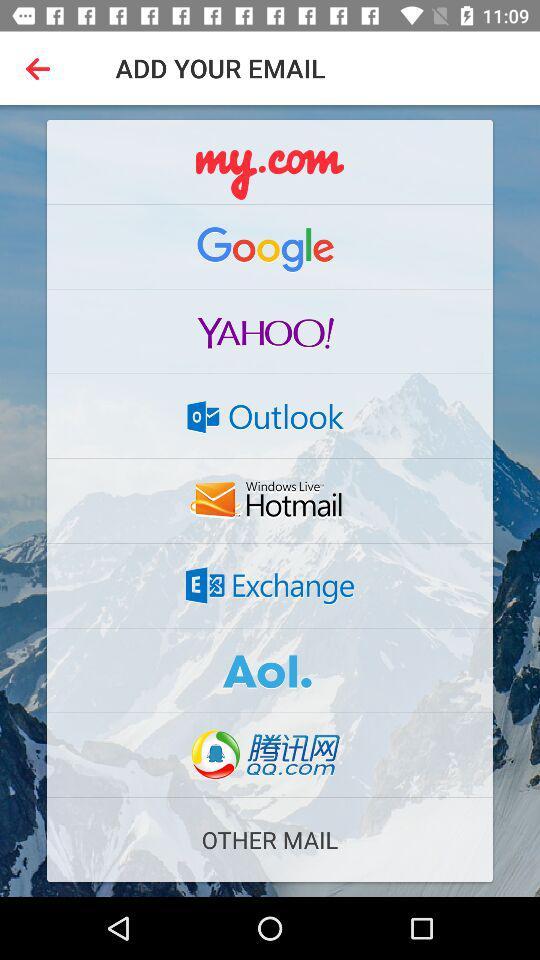 The image size is (540, 960). What do you see at coordinates (270, 331) in the screenshot?
I see `open webpage` at bounding box center [270, 331].